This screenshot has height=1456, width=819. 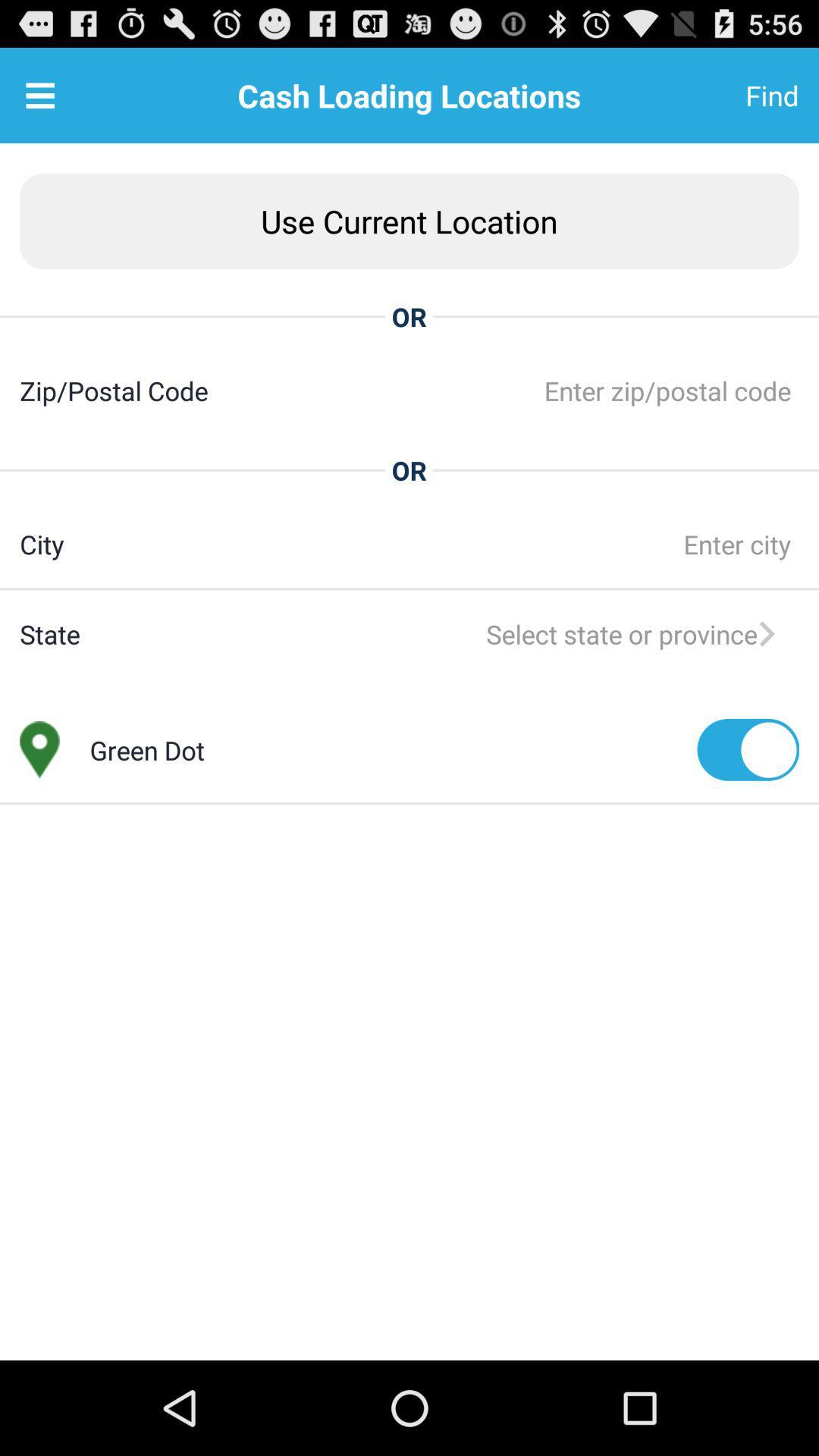 I want to click on find item, so click(x=734, y=94).